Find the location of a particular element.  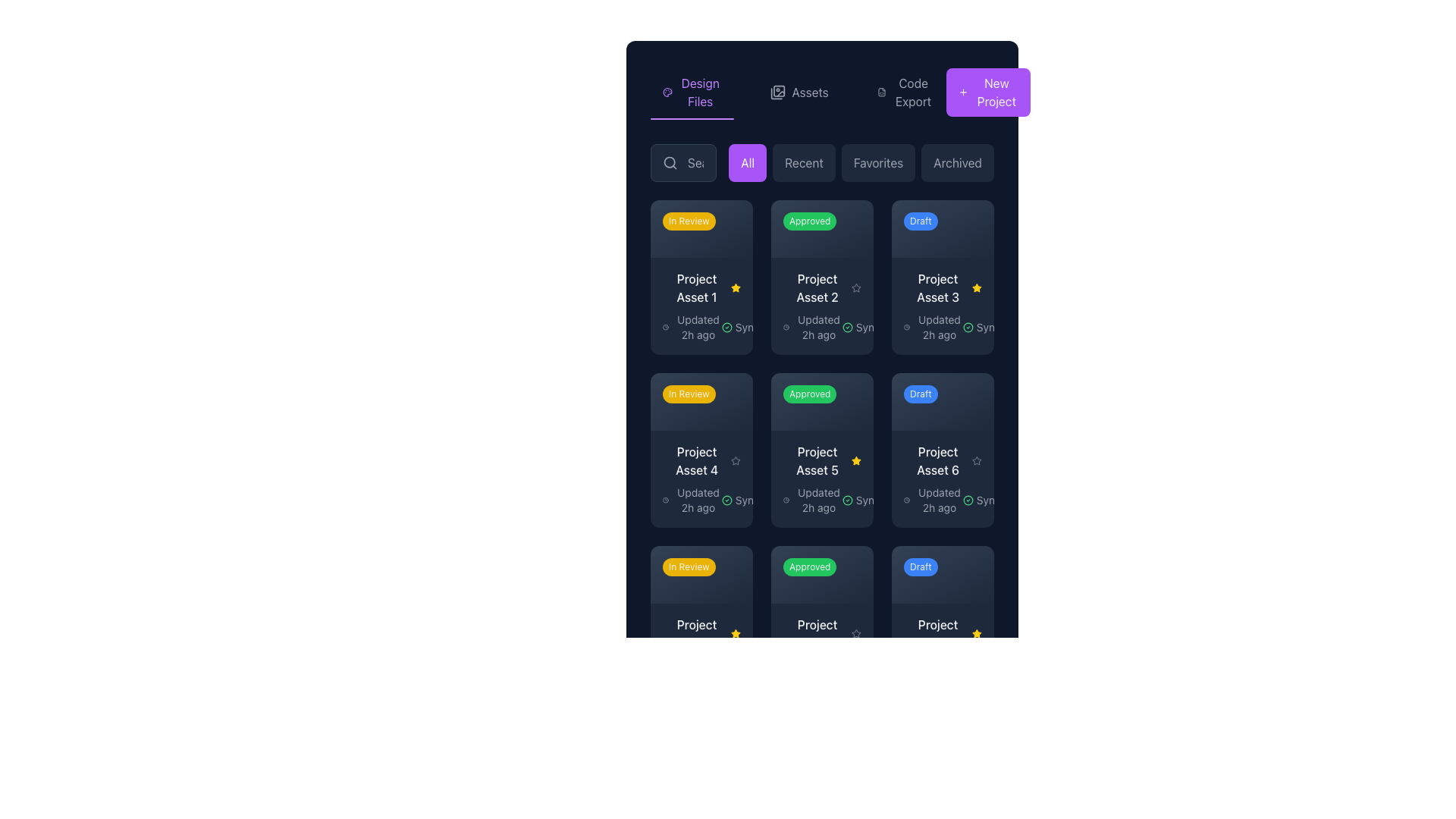

the synced indicator icon for 'Project Asset 4', which is located in the second row and first column of the grid layout, indicating successful update status is located at coordinates (726, 500).